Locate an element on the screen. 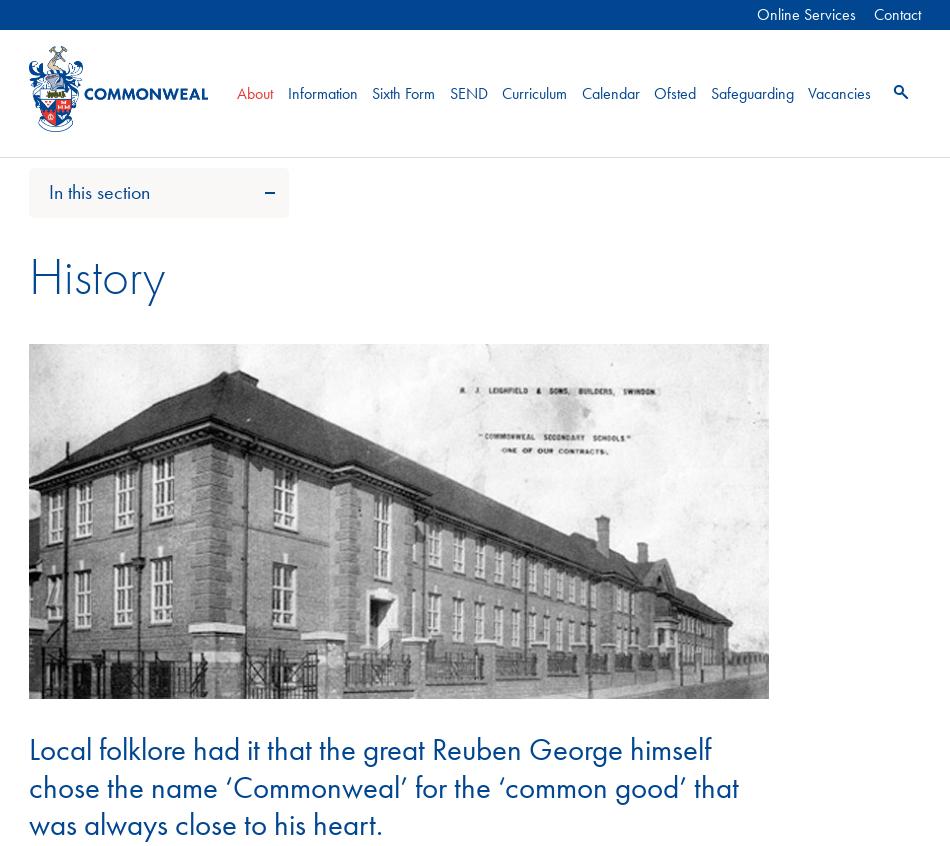 The height and width of the screenshot is (846, 950). 'Sixth Form' is located at coordinates (402, 92).